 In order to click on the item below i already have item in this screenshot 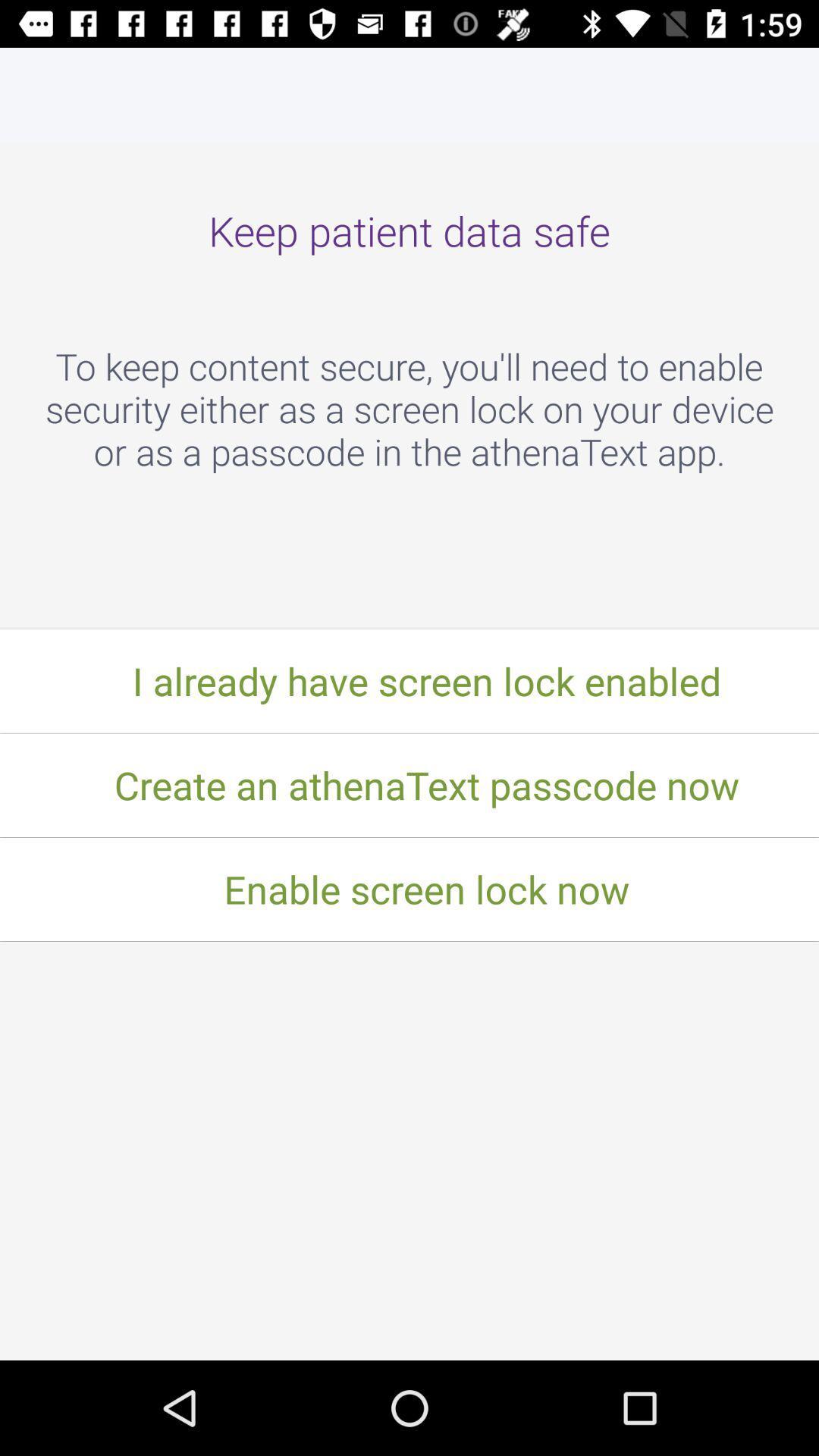, I will do `click(409, 785)`.